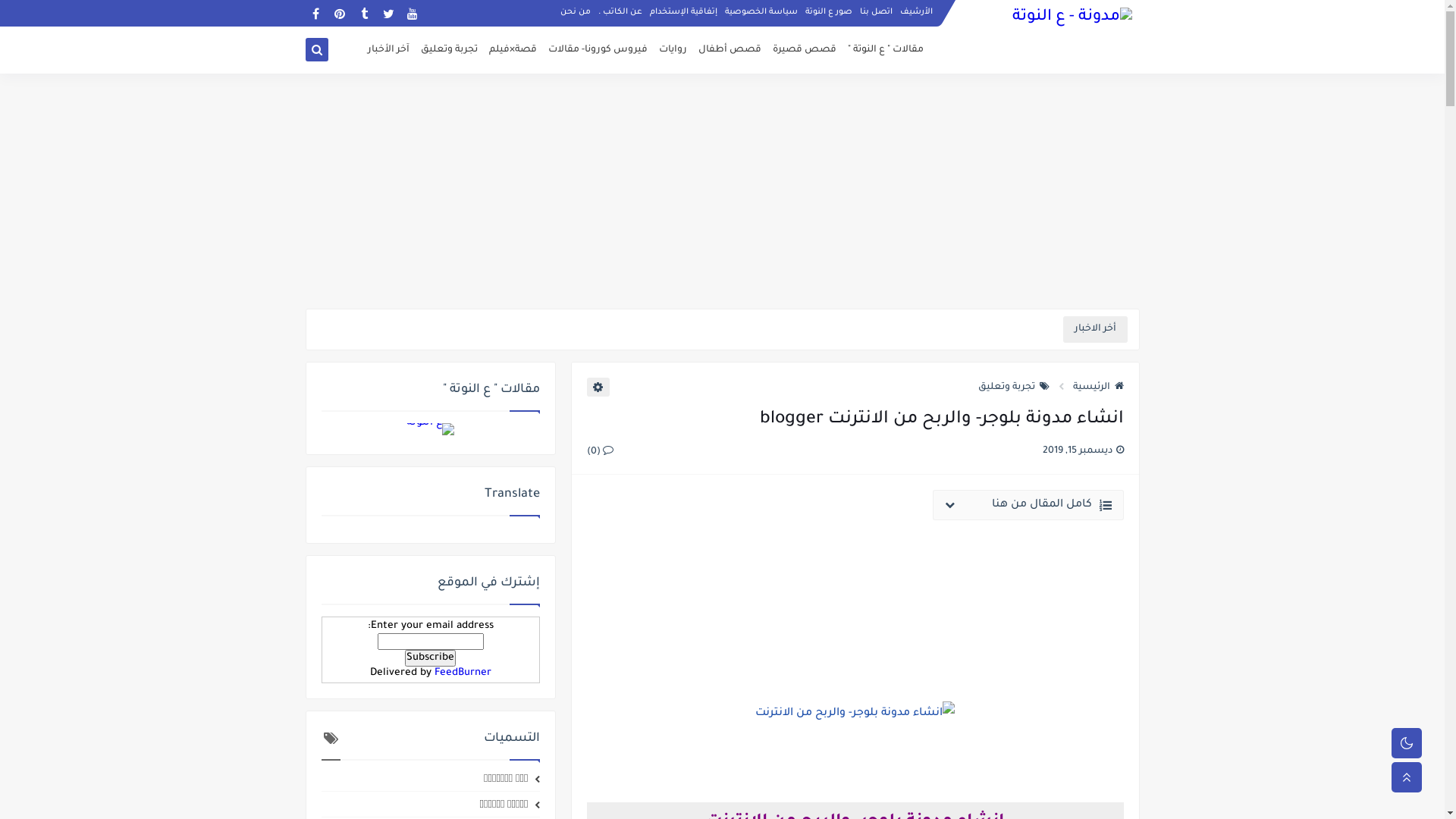 The width and height of the screenshot is (1456, 819). Describe the element at coordinates (412, 13) in the screenshot. I see `'youtube'` at that location.